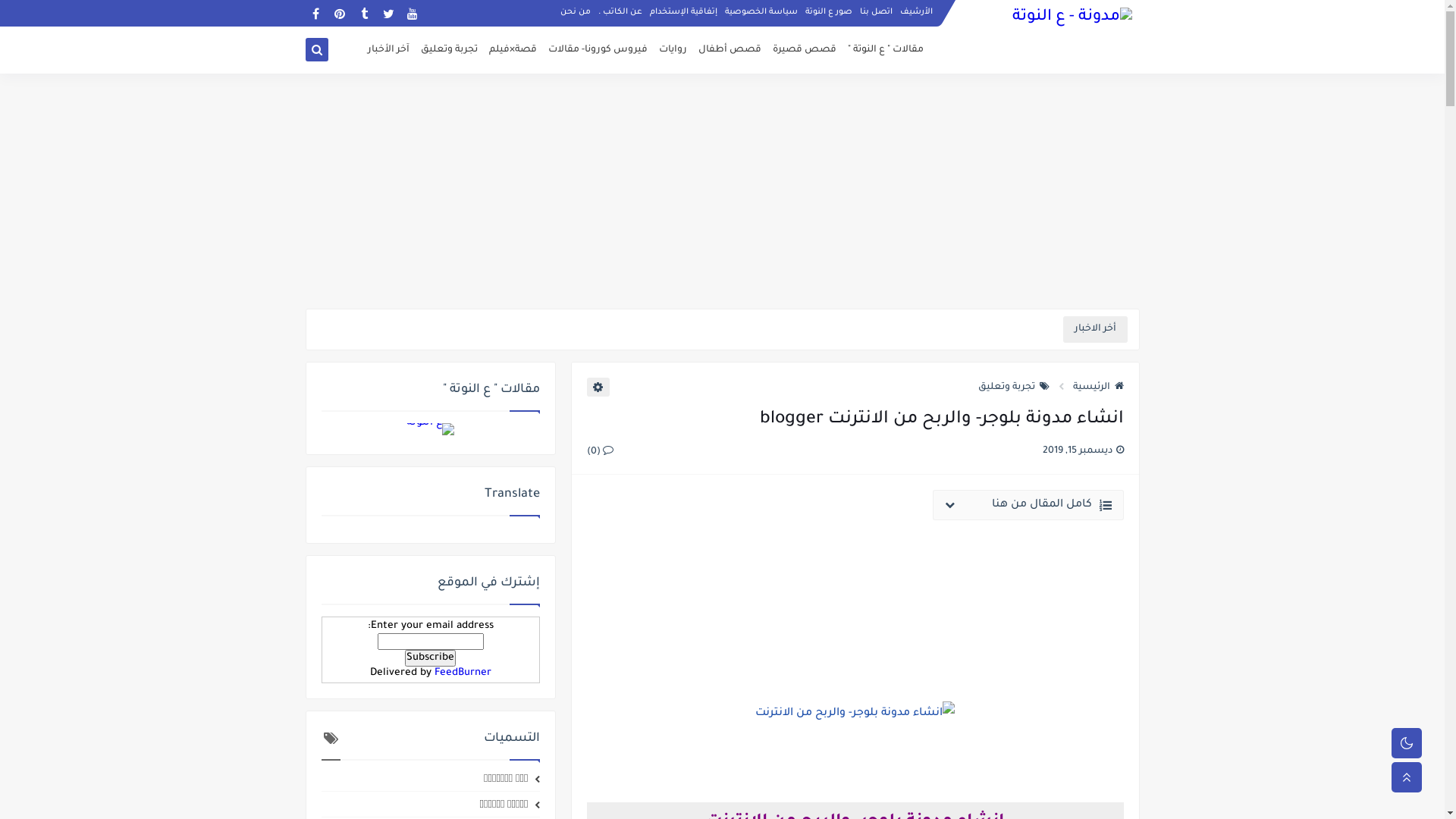 The width and height of the screenshot is (1456, 819). Describe the element at coordinates (412, 13) in the screenshot. I see `'youtube'` at that location.